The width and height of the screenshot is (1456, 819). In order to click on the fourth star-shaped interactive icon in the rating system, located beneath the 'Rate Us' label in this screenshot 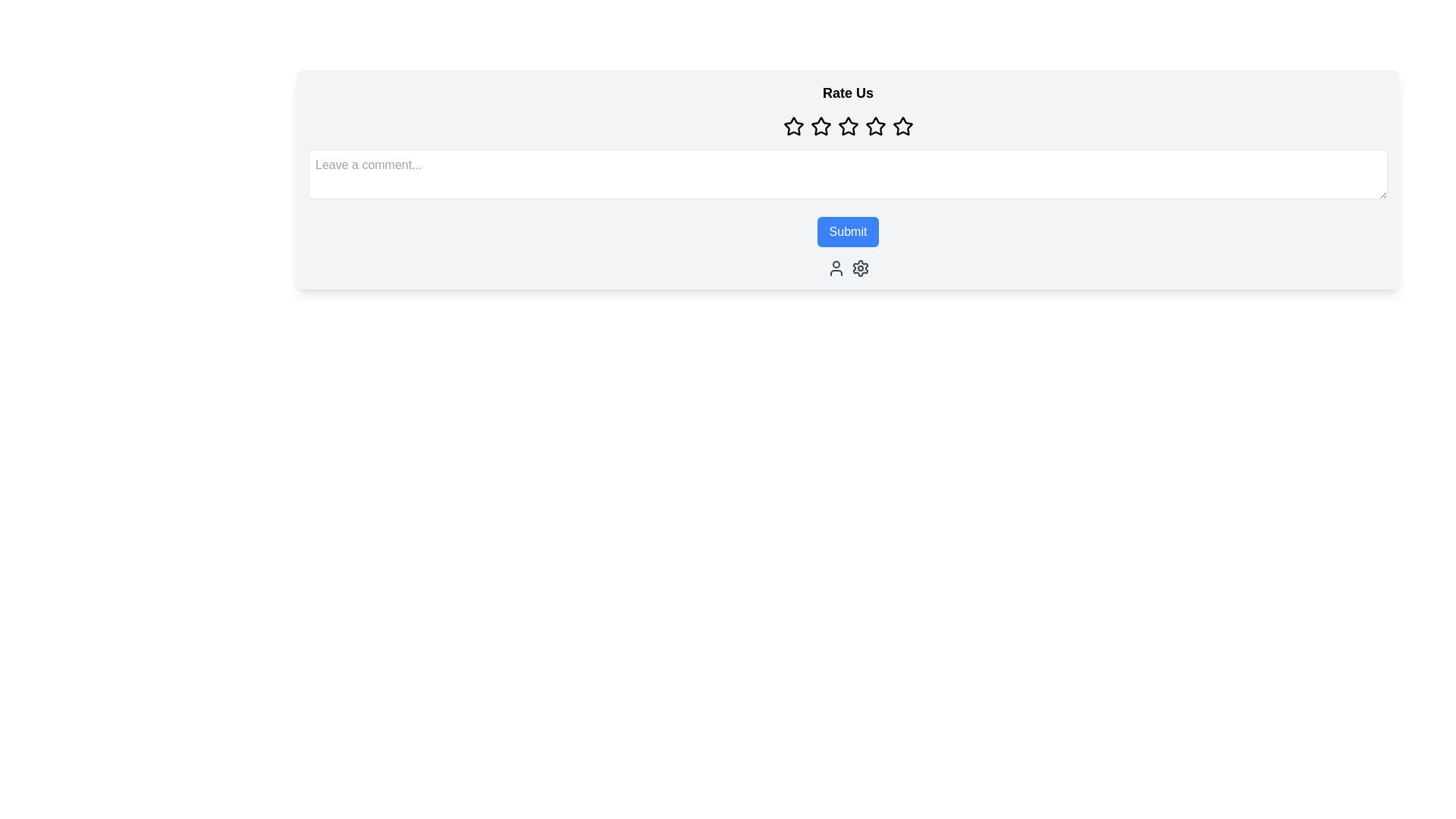, I will do `click(875, 125)`.